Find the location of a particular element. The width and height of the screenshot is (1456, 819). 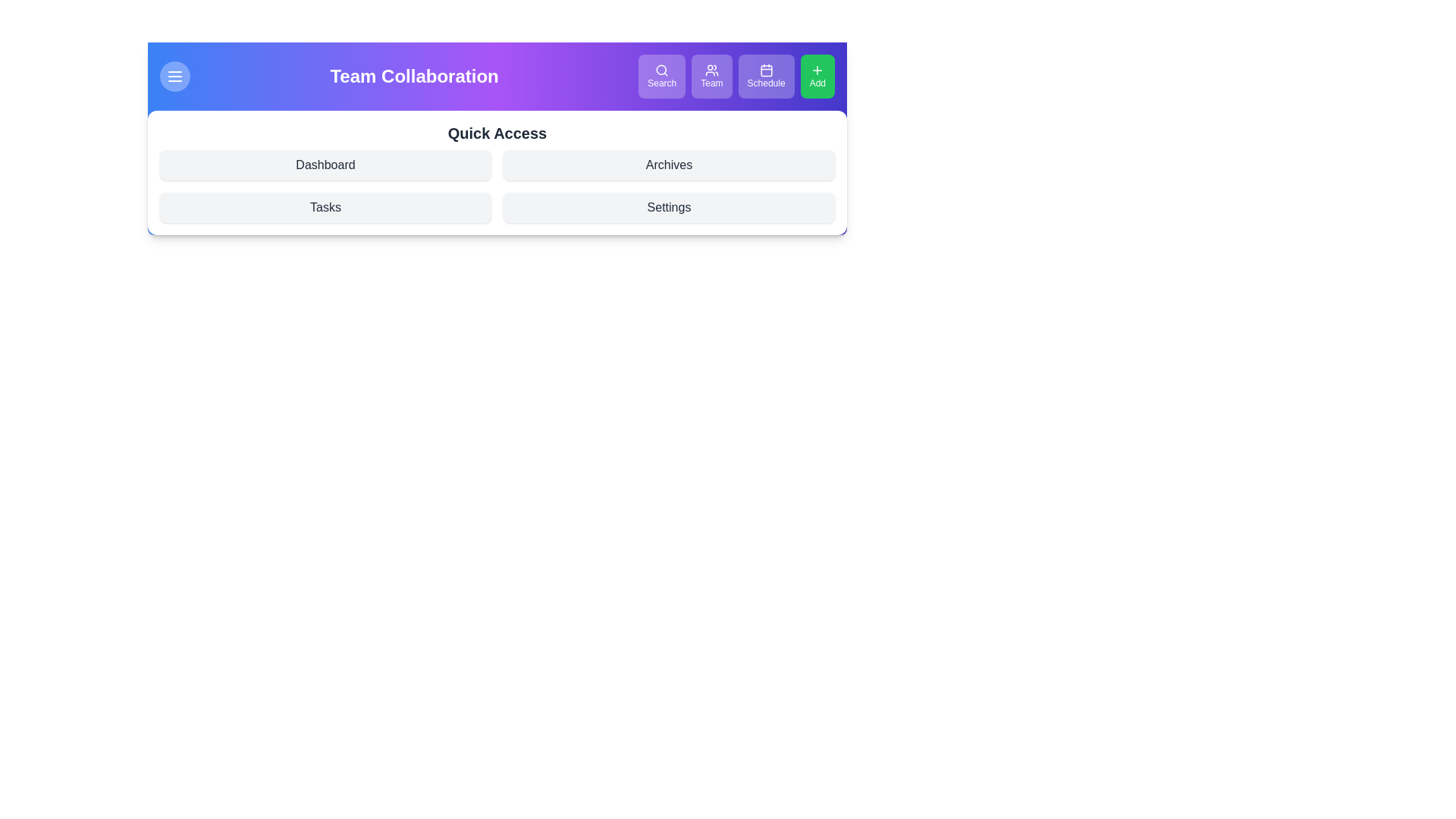

the Search button in the navigation bar is located at coordinates (662, 76).